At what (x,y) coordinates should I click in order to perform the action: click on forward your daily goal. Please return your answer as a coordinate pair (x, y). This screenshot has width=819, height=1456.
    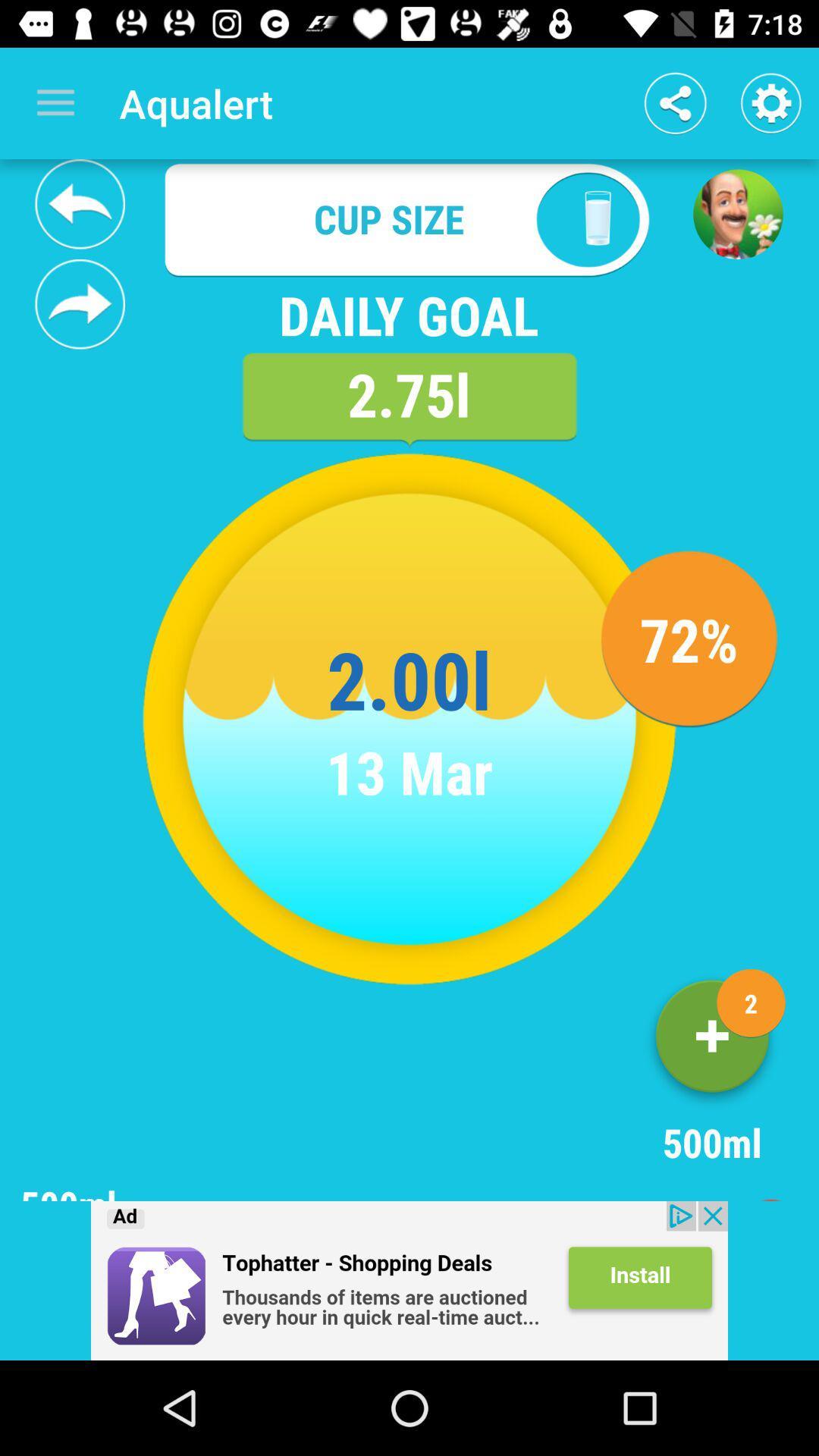
    Looking at the image, I should click on (80, 303).